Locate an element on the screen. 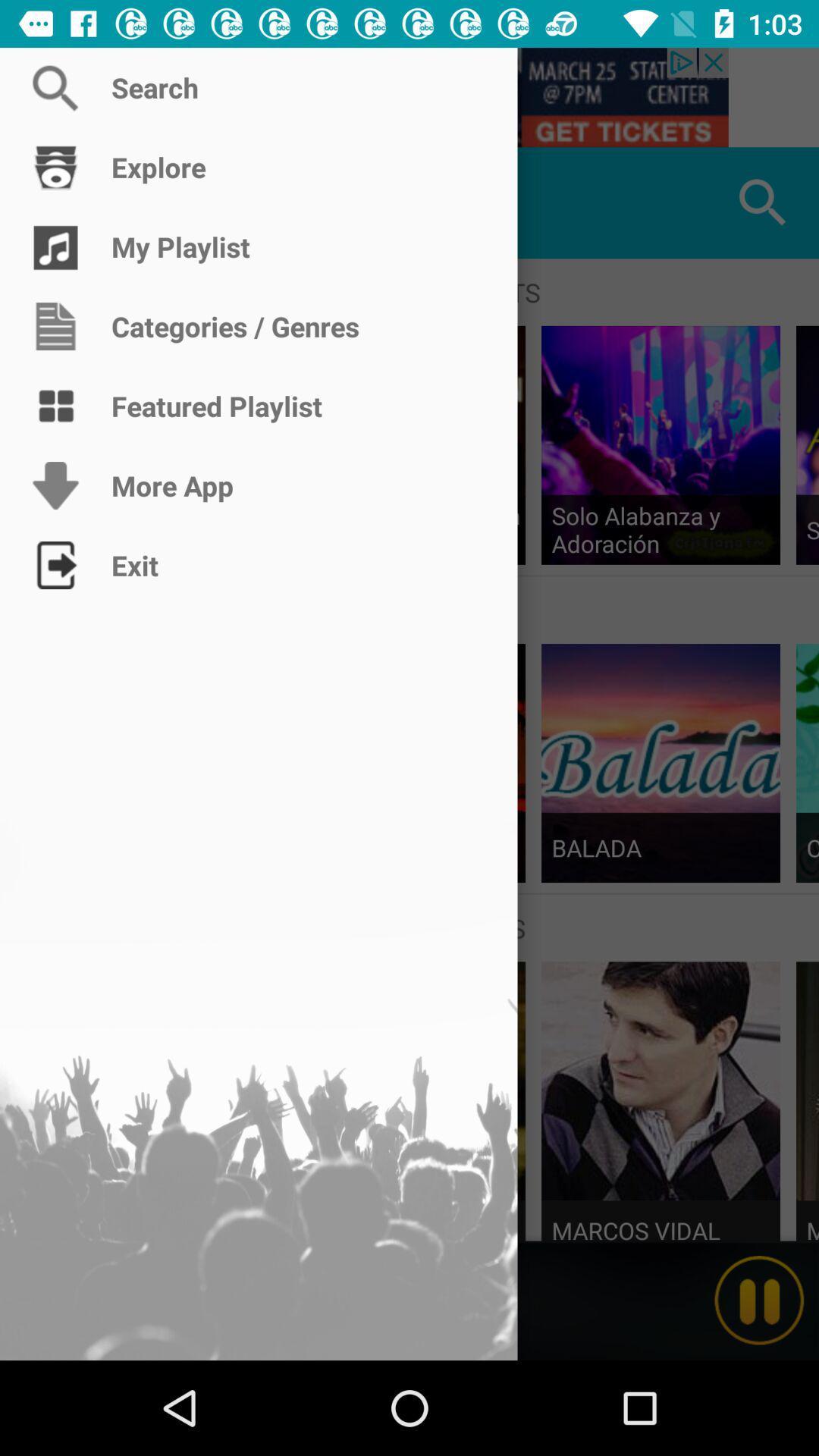  switch pages is located at coordinates (55, 202).